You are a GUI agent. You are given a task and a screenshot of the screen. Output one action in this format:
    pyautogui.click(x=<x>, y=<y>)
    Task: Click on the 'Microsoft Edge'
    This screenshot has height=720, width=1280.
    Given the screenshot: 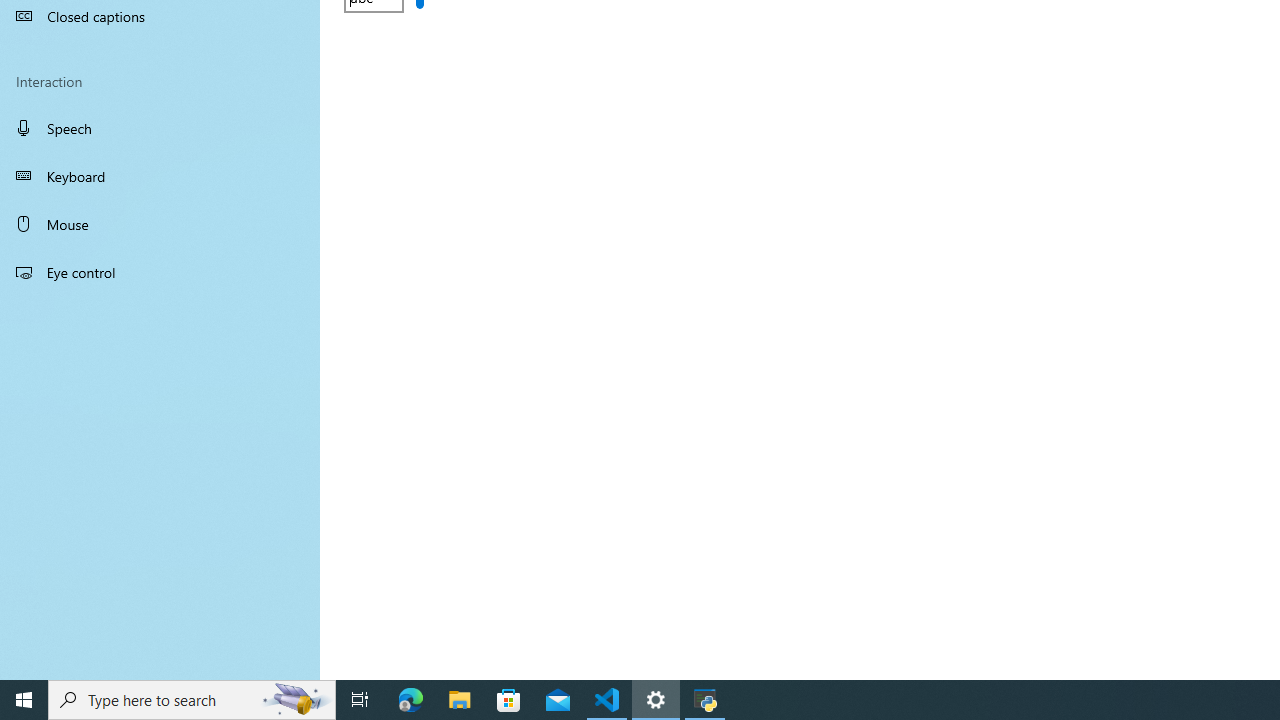 What is the action you would take?
    pyautogui.click(x=410, y=698)
    